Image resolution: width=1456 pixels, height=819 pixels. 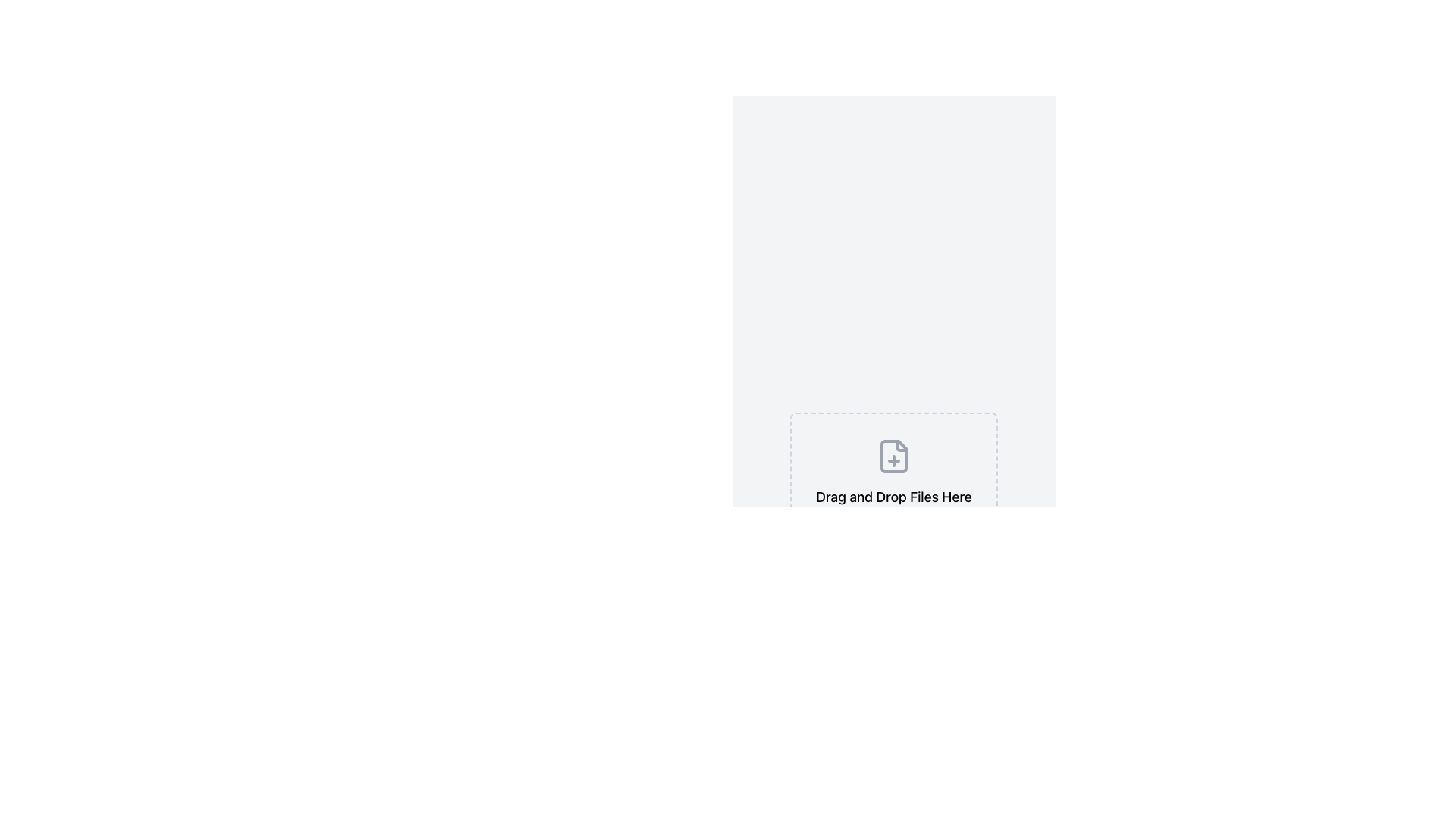 What do you see at coordinates (894, 497) in the screenshot?
I see `the static text label that says 'Drag and Drop Files Here', which is centered within a dashed-border box for file uploads` at bounding box center [894, 497].